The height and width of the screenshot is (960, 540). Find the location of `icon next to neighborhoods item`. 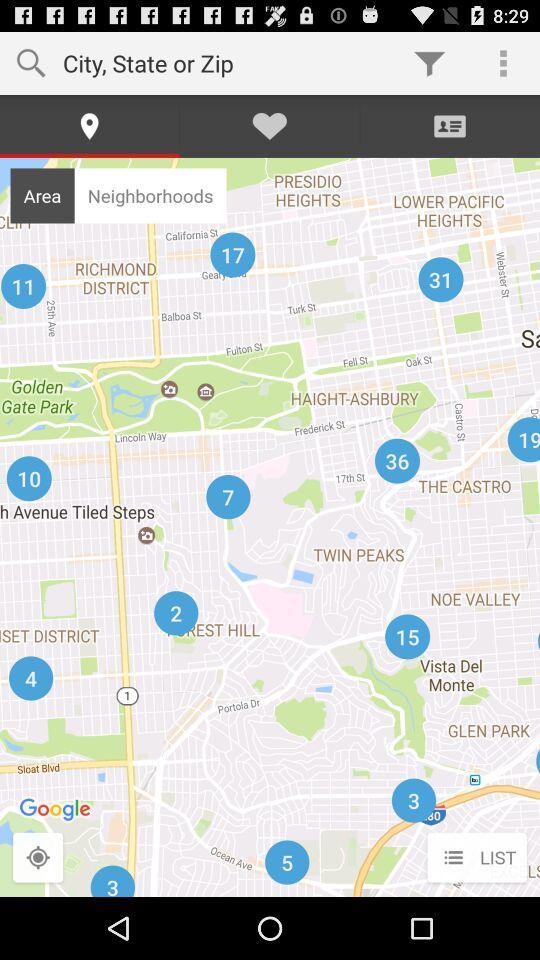

icon next to neighborhoods item is located at coordinates (42, 195).